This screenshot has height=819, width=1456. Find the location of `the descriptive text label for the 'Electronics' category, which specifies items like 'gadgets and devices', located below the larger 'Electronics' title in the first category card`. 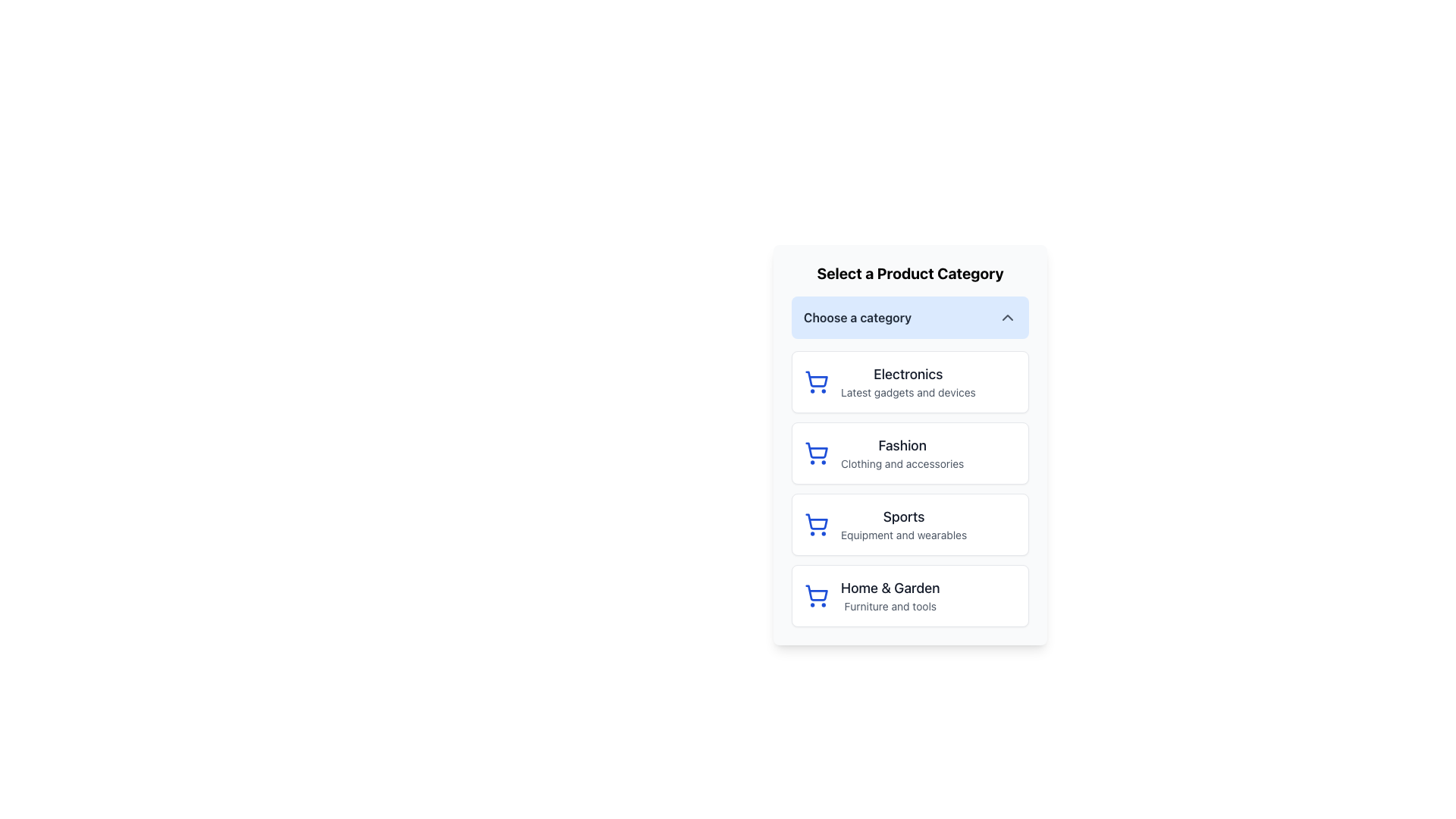

the descriptive text label for the 'Electronics' category, which specifies items like 'gadgets and devices', located below the larger 'Electronics' title in the first category card is located at coordinates (908, 391).